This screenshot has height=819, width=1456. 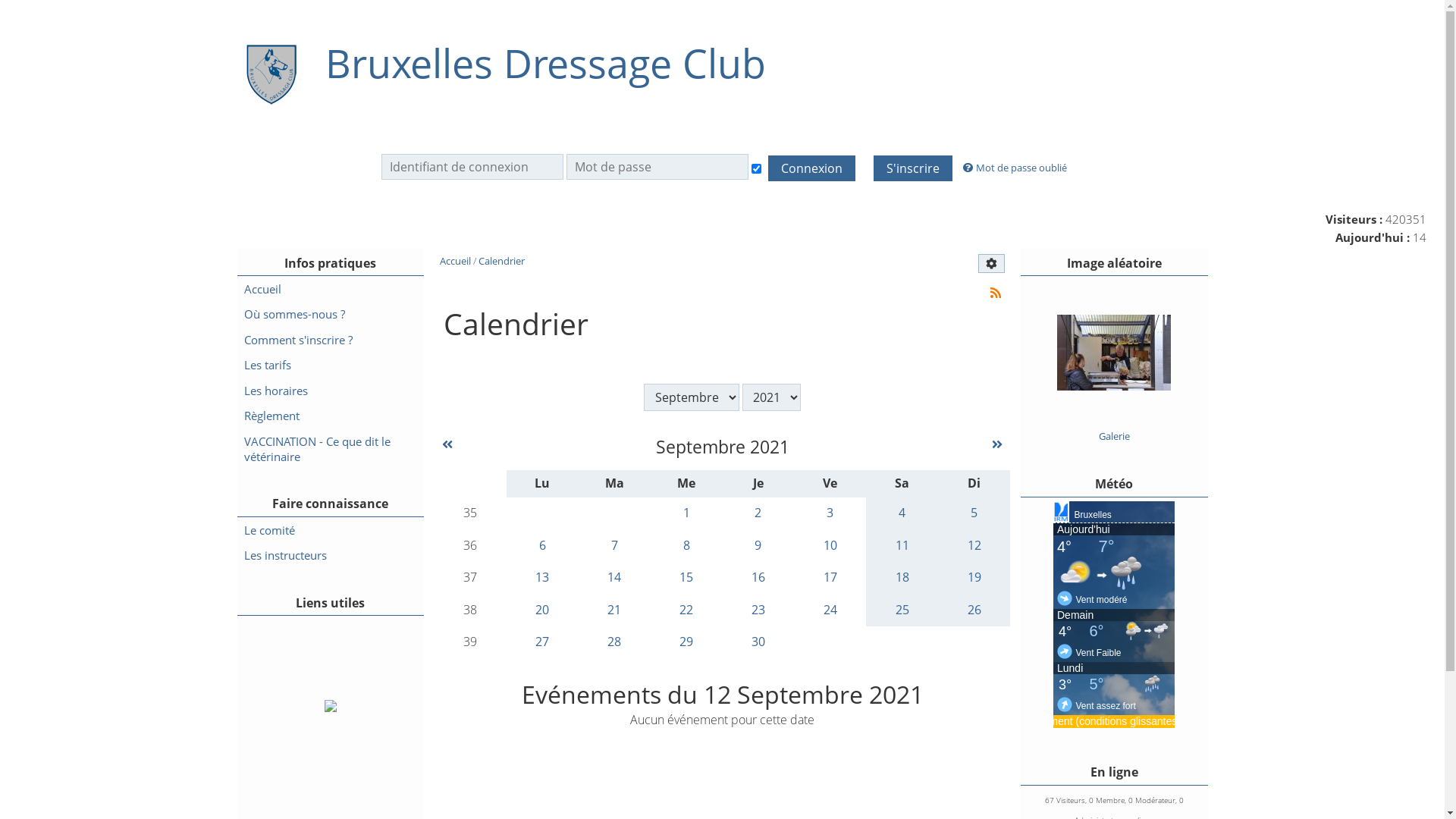 What do you see at coordinates (866, 578) in the screenshot?
I see `'18'` at bounding box center [866, 578].